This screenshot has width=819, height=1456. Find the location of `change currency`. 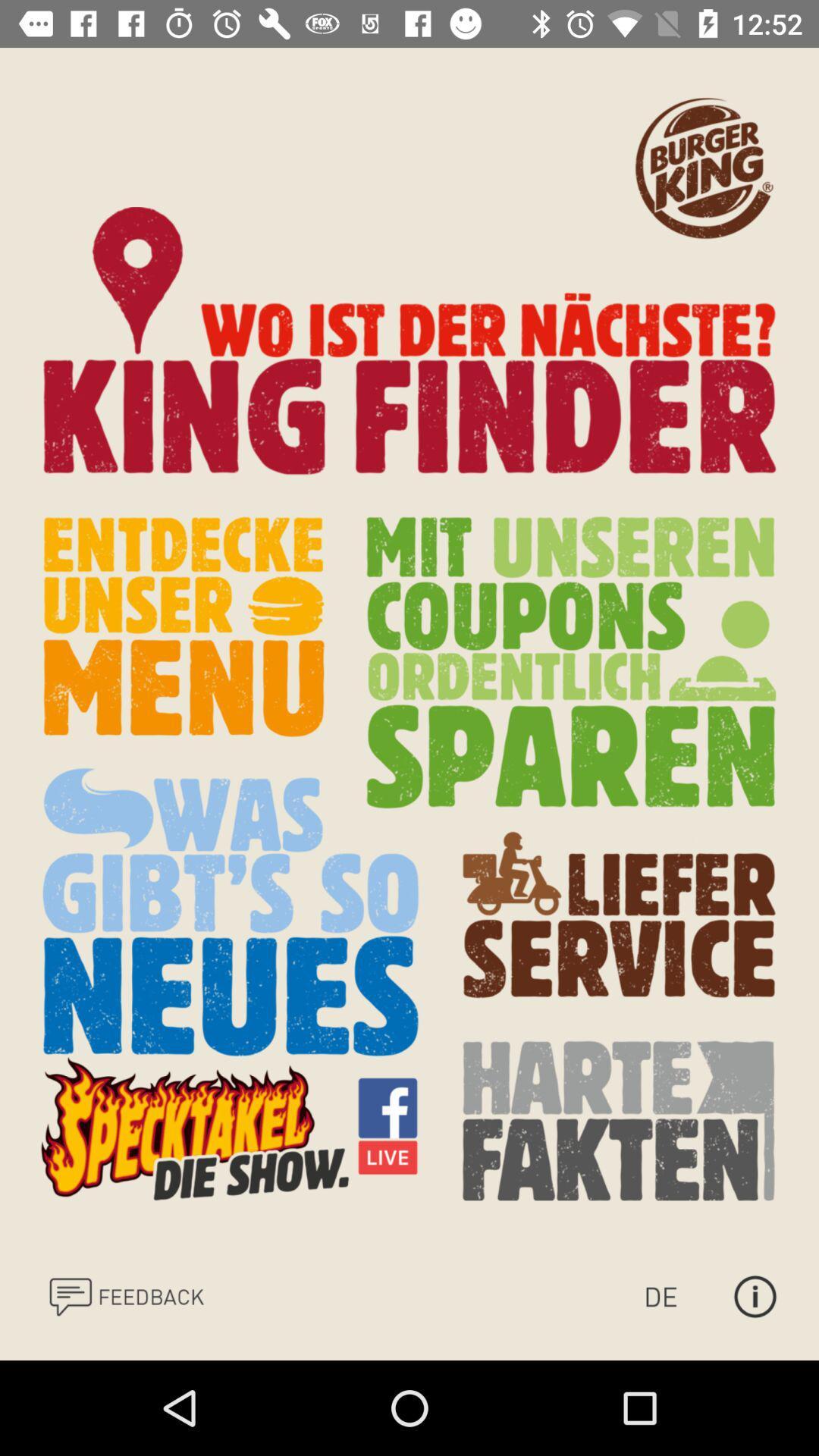

change currency is located at coordinates (675, 1295).